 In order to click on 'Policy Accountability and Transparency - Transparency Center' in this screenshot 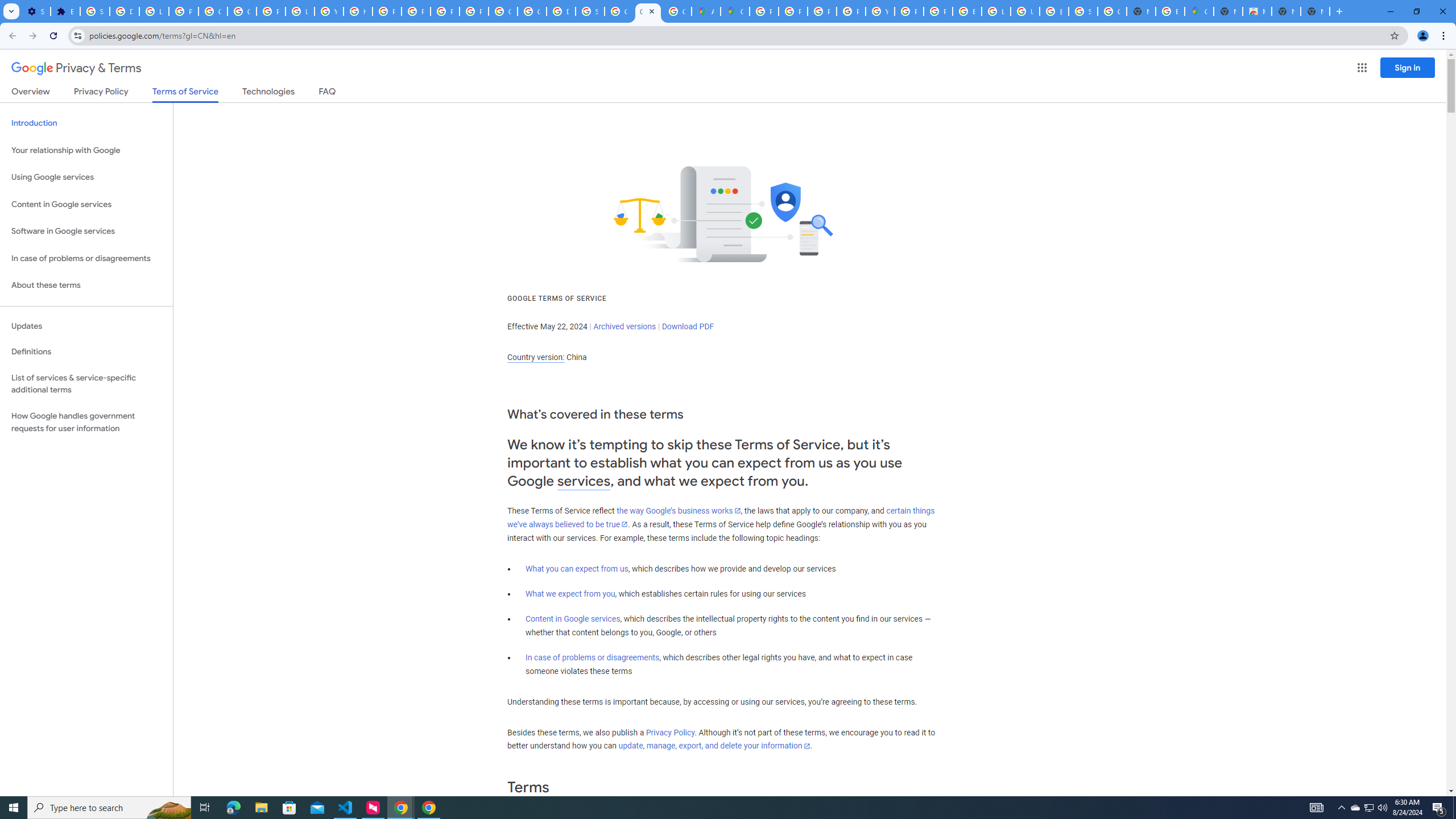, I will do `click(763, 11)`.